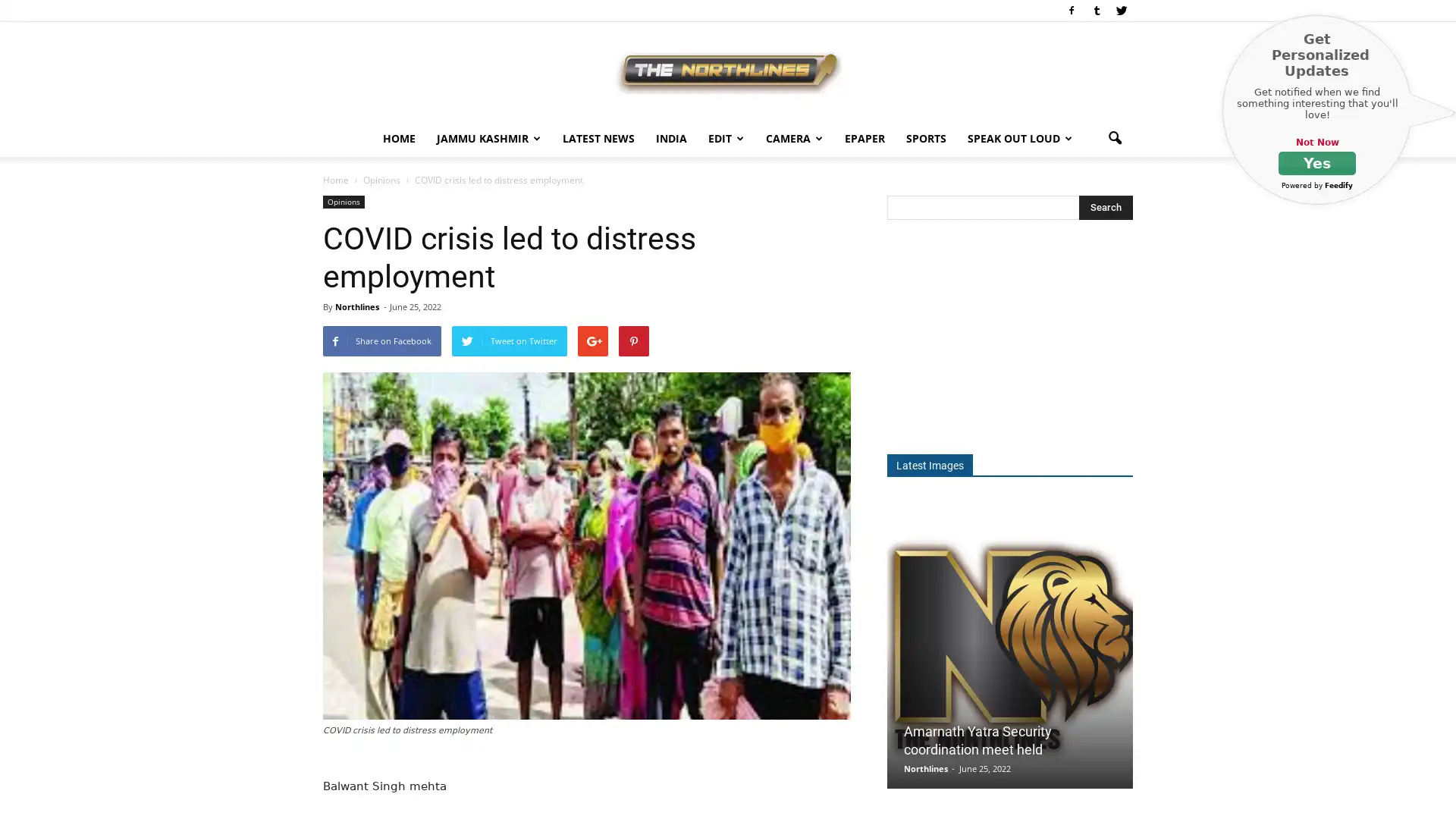 This screenshot has width=1456, height=819. What do you see at coordinates (1316, 143) in the screenshot?
I see `Not Now` at bounding box center [1316, 143].